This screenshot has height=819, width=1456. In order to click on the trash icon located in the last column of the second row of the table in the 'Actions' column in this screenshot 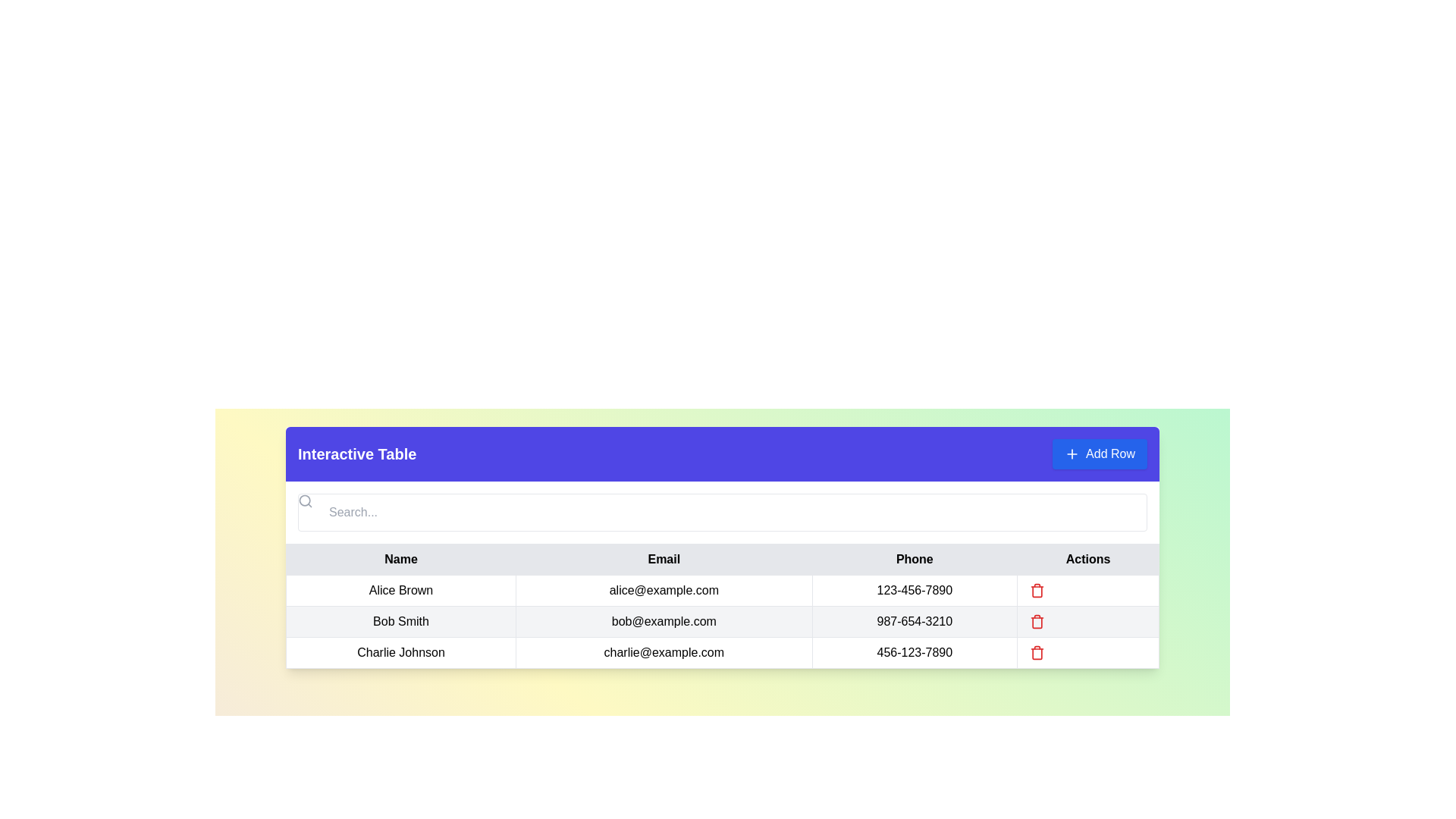, I will do `click(1037, 623)`.